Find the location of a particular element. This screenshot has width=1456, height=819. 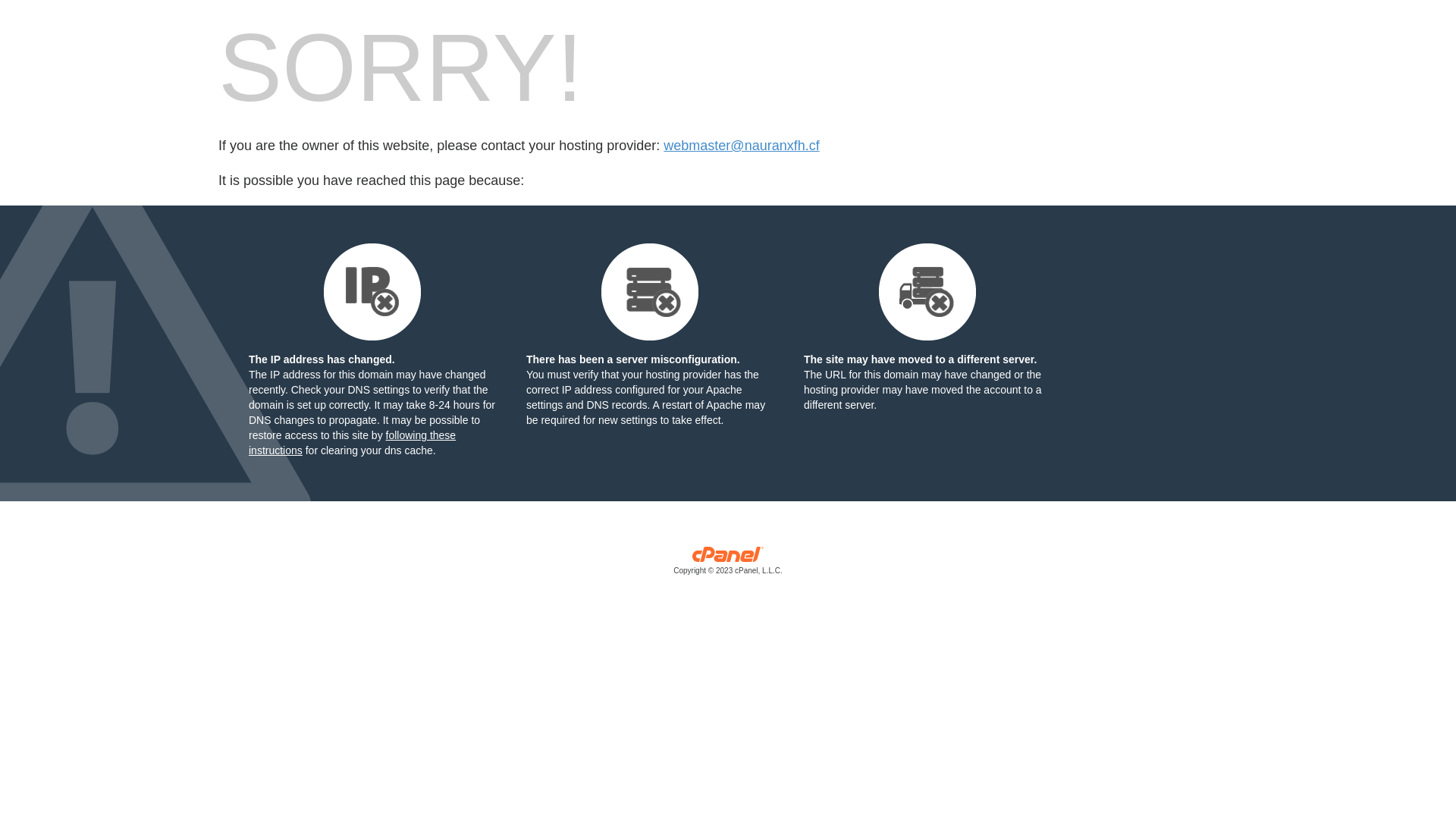

'webmaster@nauranxfh.cf' is located at coordinates (741, 146).